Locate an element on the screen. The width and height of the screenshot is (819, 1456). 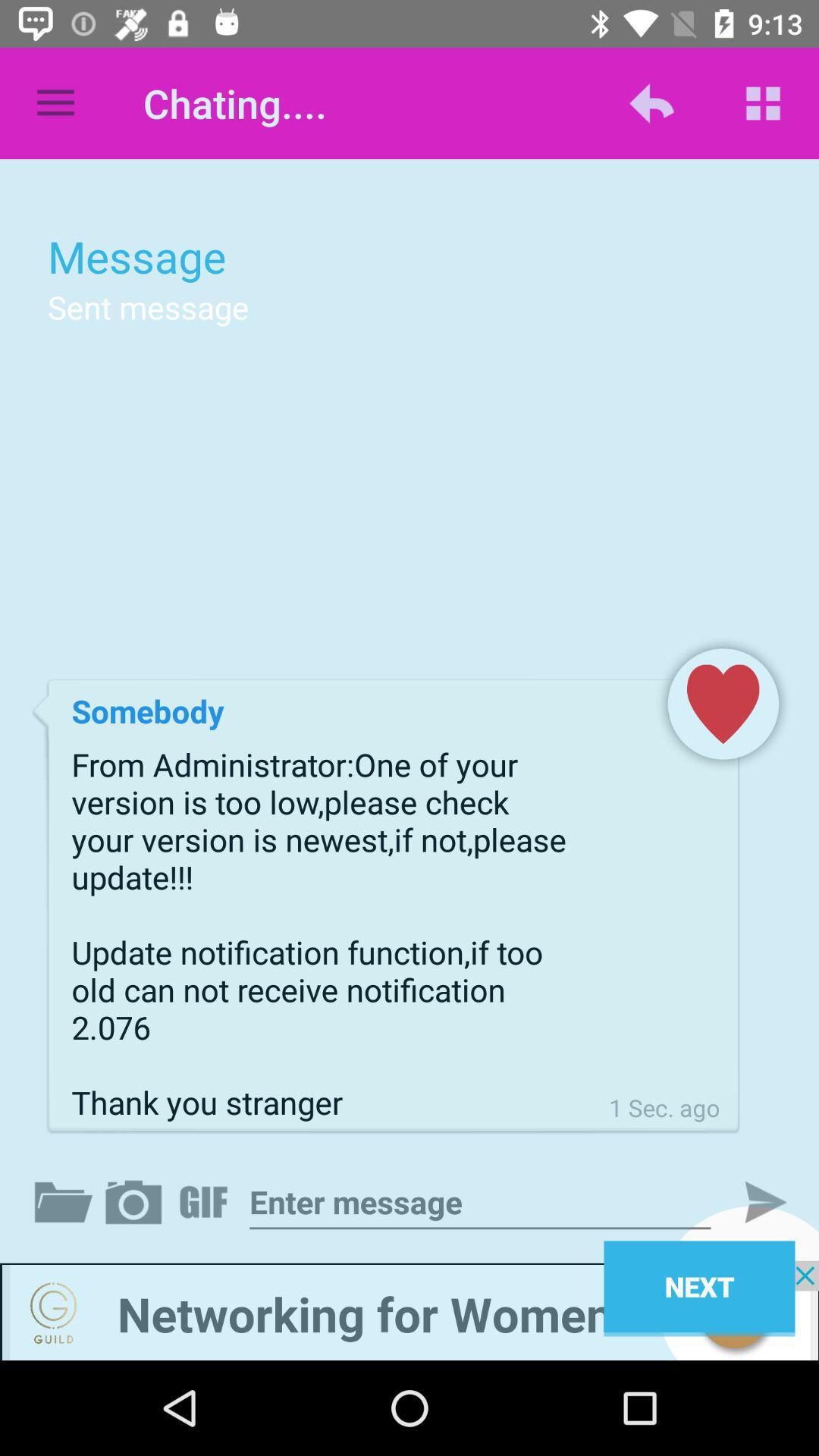
message is located at coordinates (480, 1201).